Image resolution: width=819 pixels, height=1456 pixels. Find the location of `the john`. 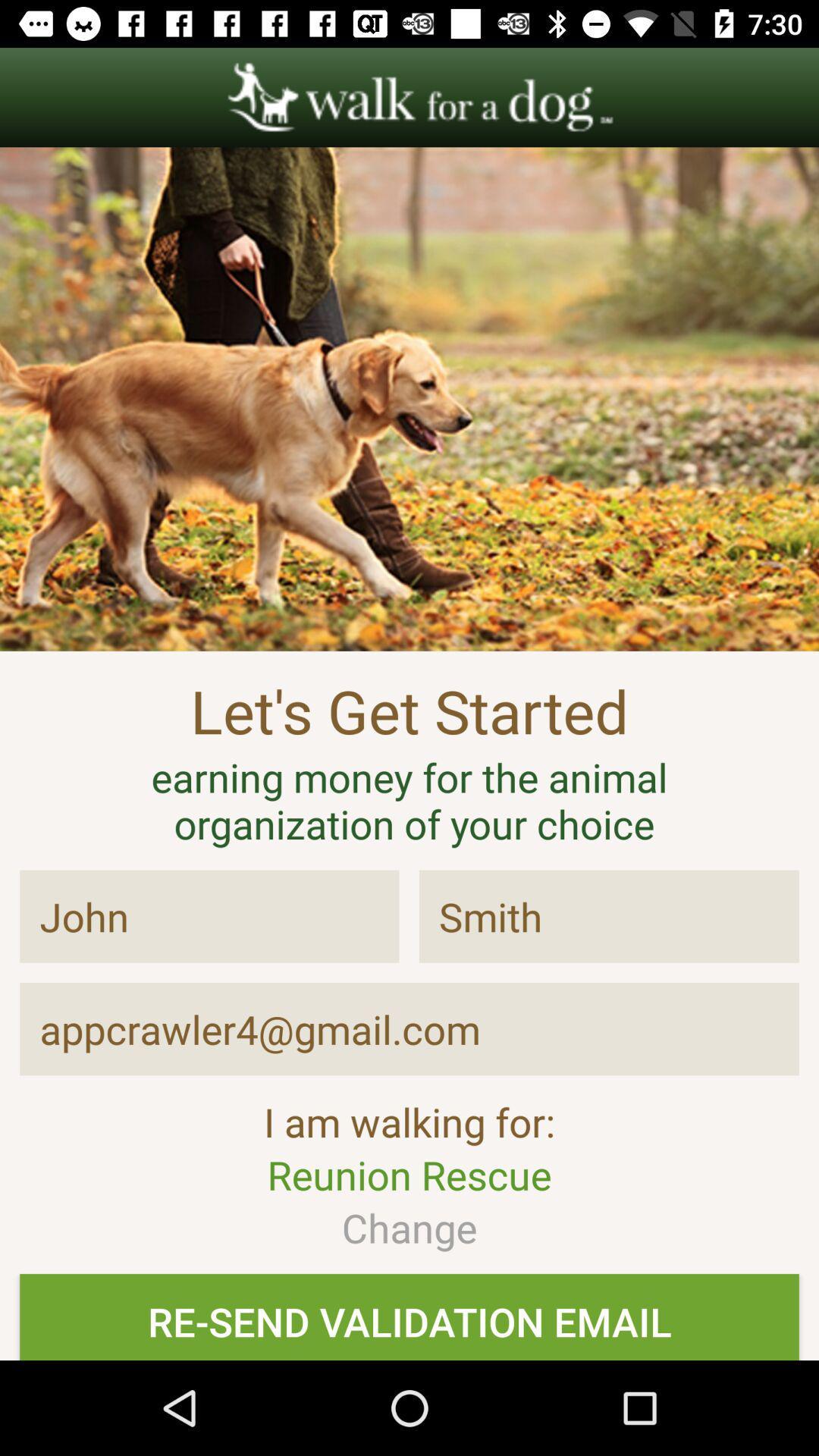

the john is located at coordinates (209, 916).